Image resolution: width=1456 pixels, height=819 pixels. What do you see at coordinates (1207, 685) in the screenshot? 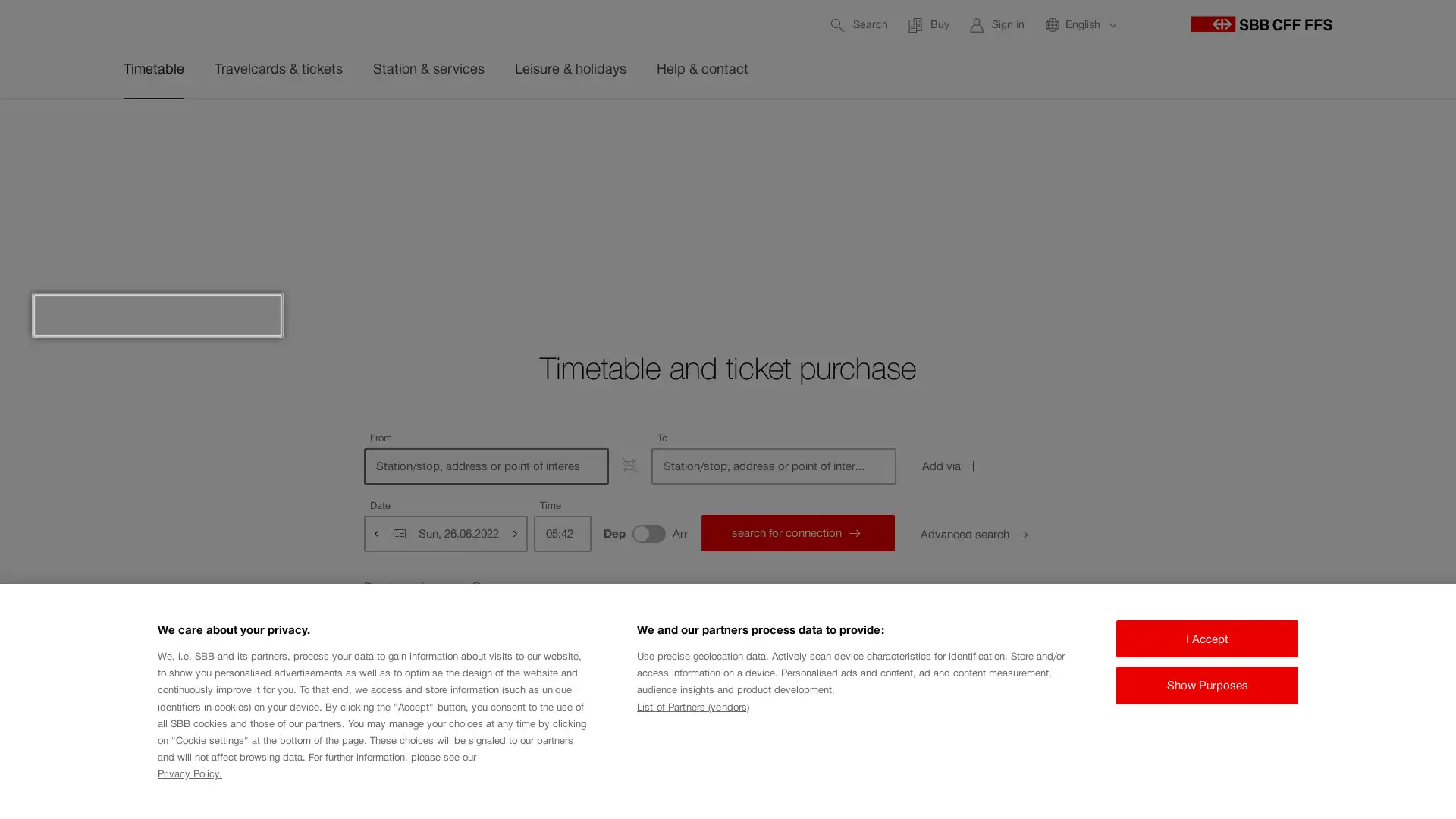
I see `Show Purposes` at bounding box center [1207, 685].